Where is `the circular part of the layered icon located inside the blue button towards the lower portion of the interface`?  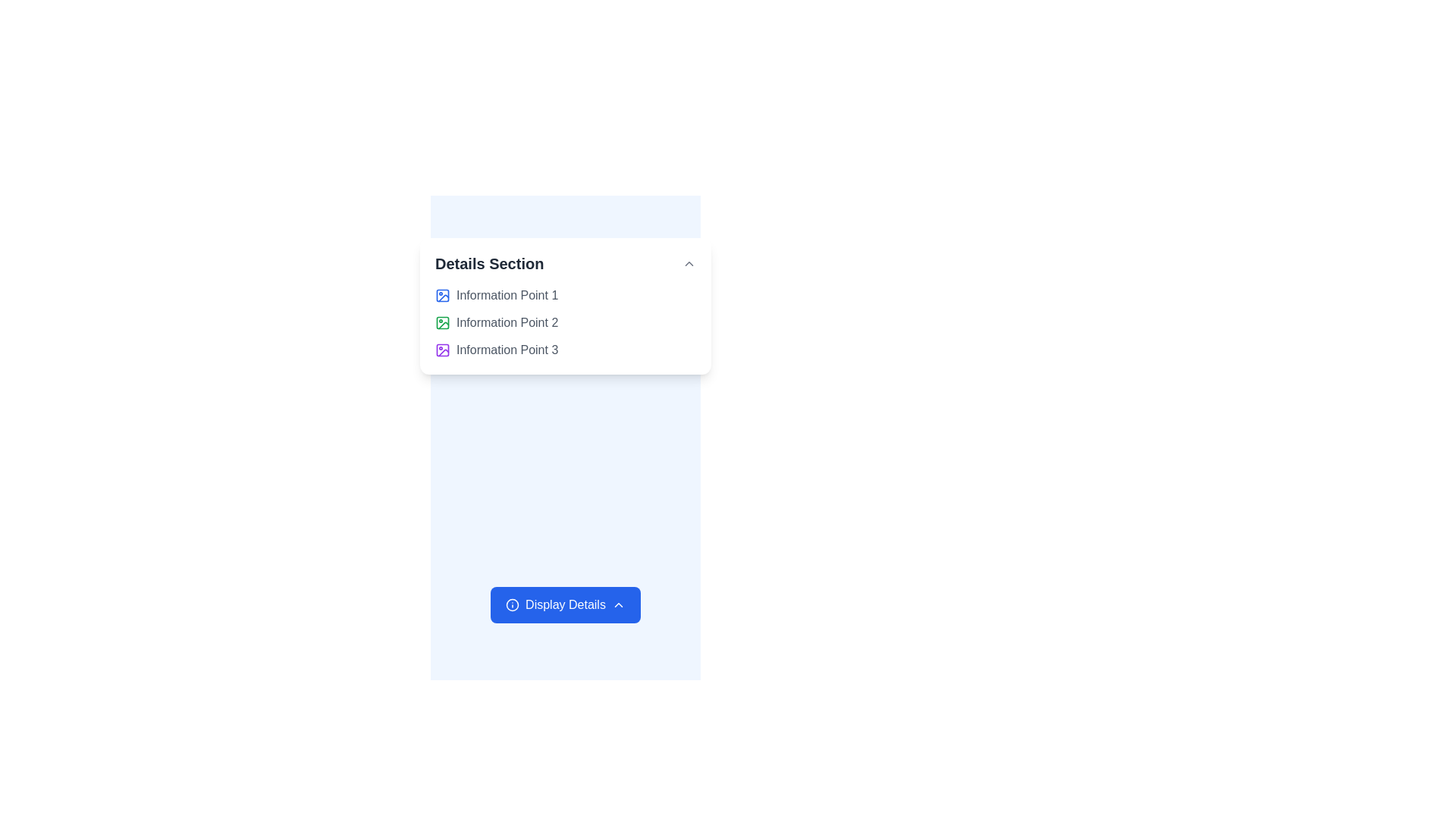
the circular part of the layered icon located inside the blue button towards the lower portion of the interface is located at coordinates (513, 604).